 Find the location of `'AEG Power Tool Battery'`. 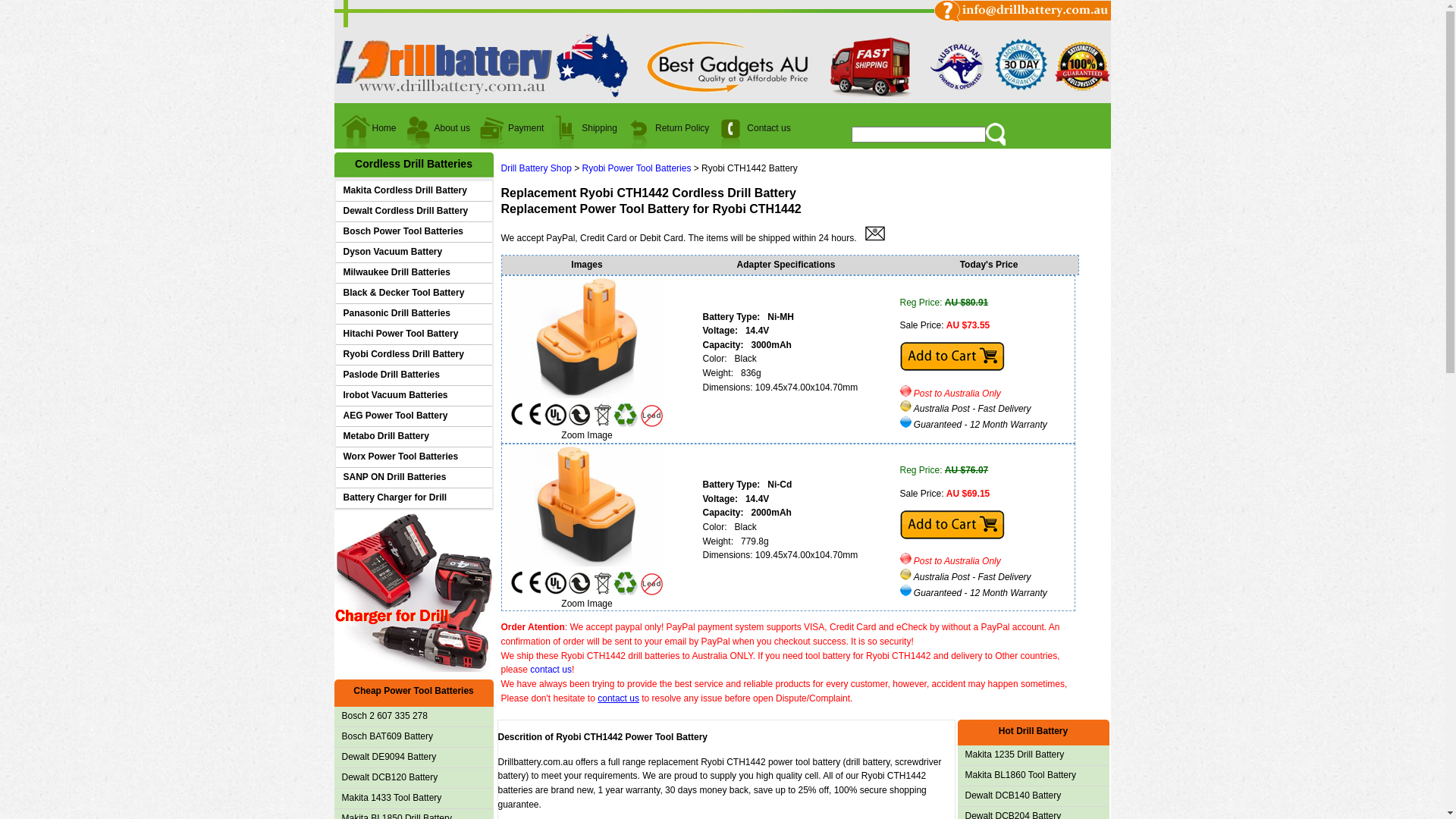

'AEG Power Tool Battery' is located at coordinates (413, 416).